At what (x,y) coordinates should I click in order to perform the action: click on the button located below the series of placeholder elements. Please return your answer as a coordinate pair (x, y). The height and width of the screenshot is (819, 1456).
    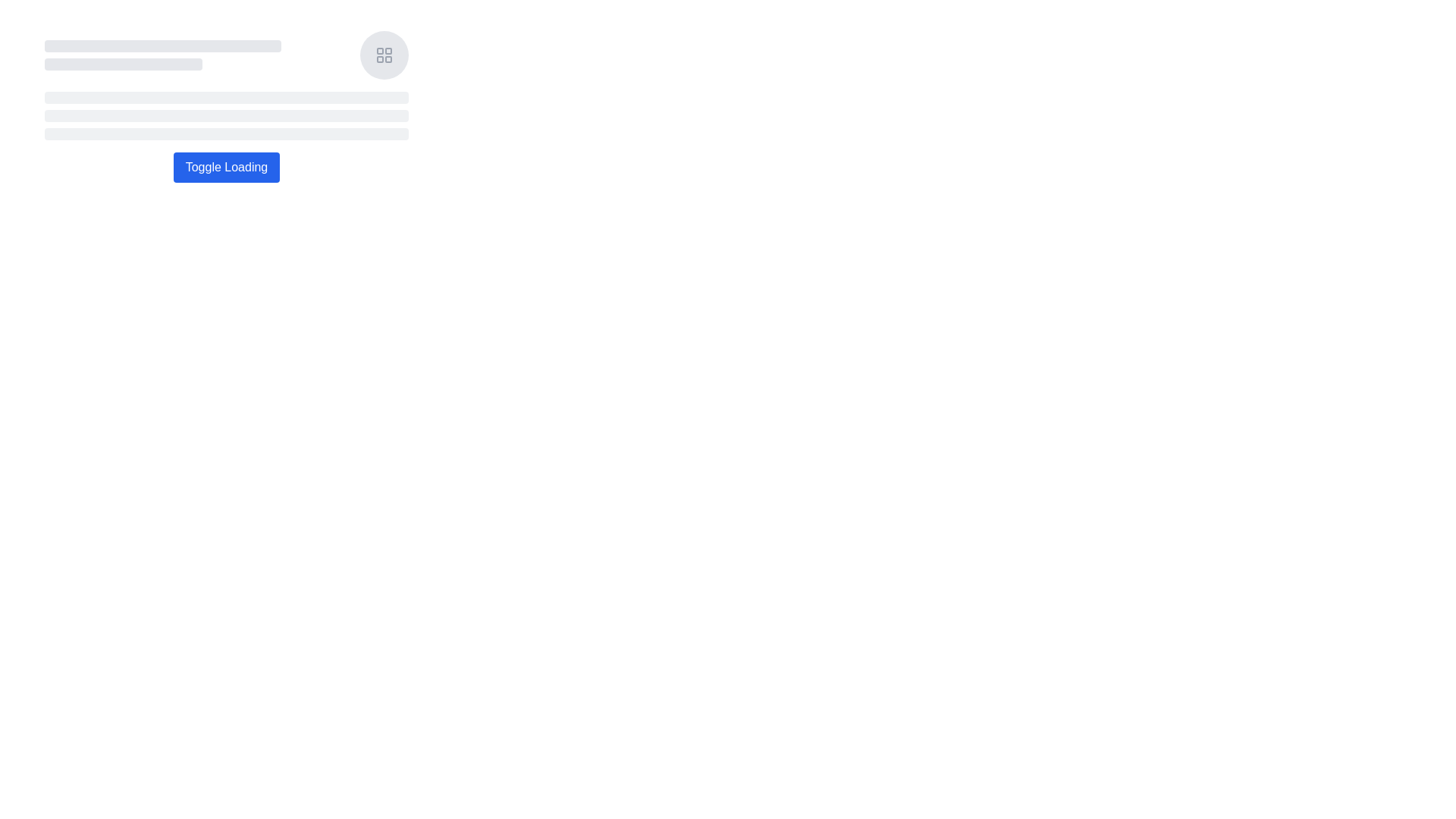
    Looking at the image, I should click on (225, 167).